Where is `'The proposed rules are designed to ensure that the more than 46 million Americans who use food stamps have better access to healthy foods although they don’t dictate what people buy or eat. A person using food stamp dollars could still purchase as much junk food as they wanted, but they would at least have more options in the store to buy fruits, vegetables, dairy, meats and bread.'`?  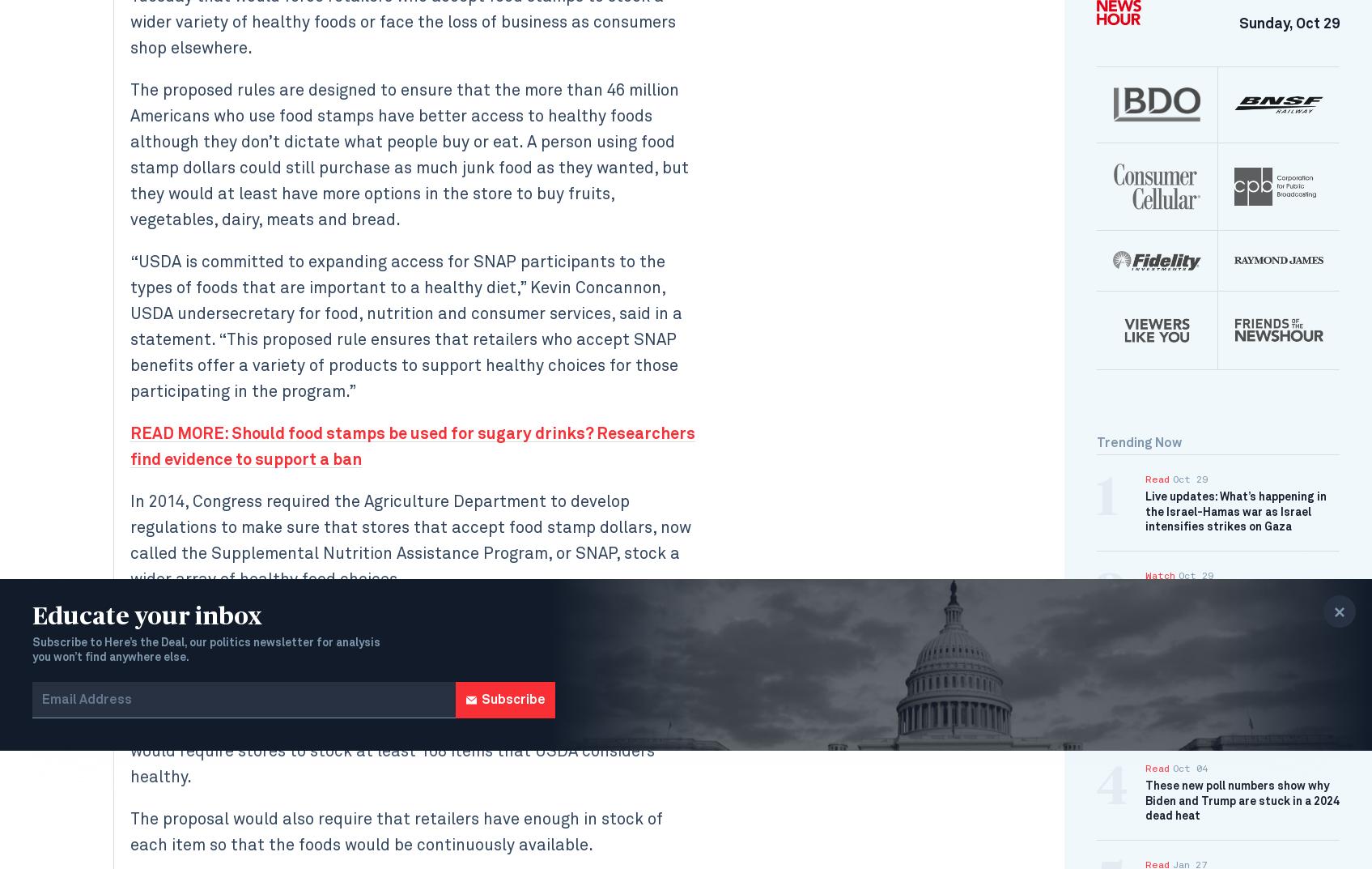
'The proposed rules are designed to ensure that the more than 46 million Americans who use food stamps have better access to healthy foods although they don’t dictate what people buy or eat. A person using food stamp dollars could still purchase as much junk food as they wanted, but they would at least have more options in the store to buy fruits, vegetables, dairy, meats and bread.' is located at coordinates (408, 155).